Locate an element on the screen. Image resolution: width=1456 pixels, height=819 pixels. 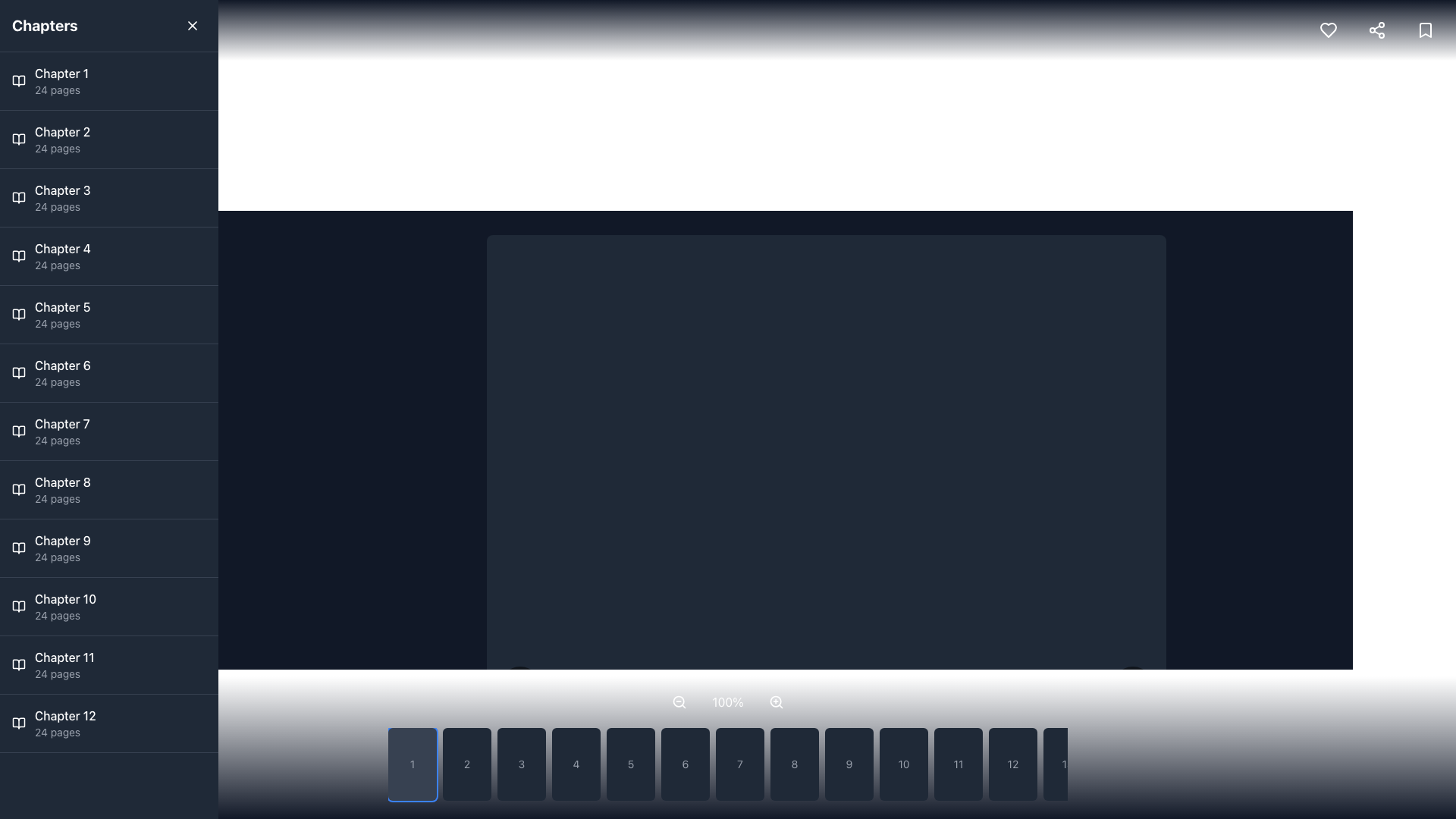
the open book icon located in the vertical sidebar next to the 'Chapter 10' section, which is part of the list of chapters is located at coordinates (18, 605).